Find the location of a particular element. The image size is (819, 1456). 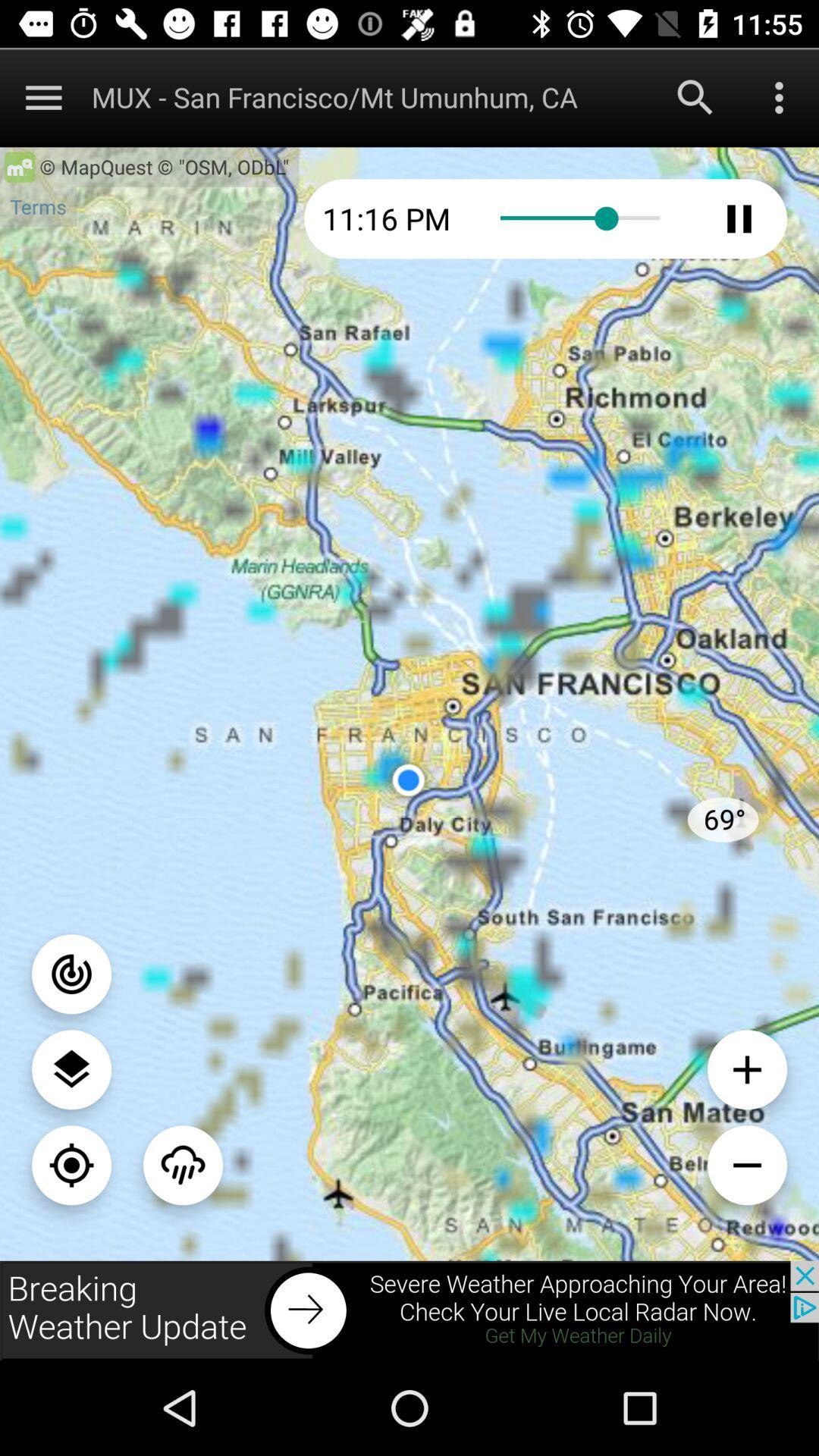

next the pages is located at coordinates (409, 1310).